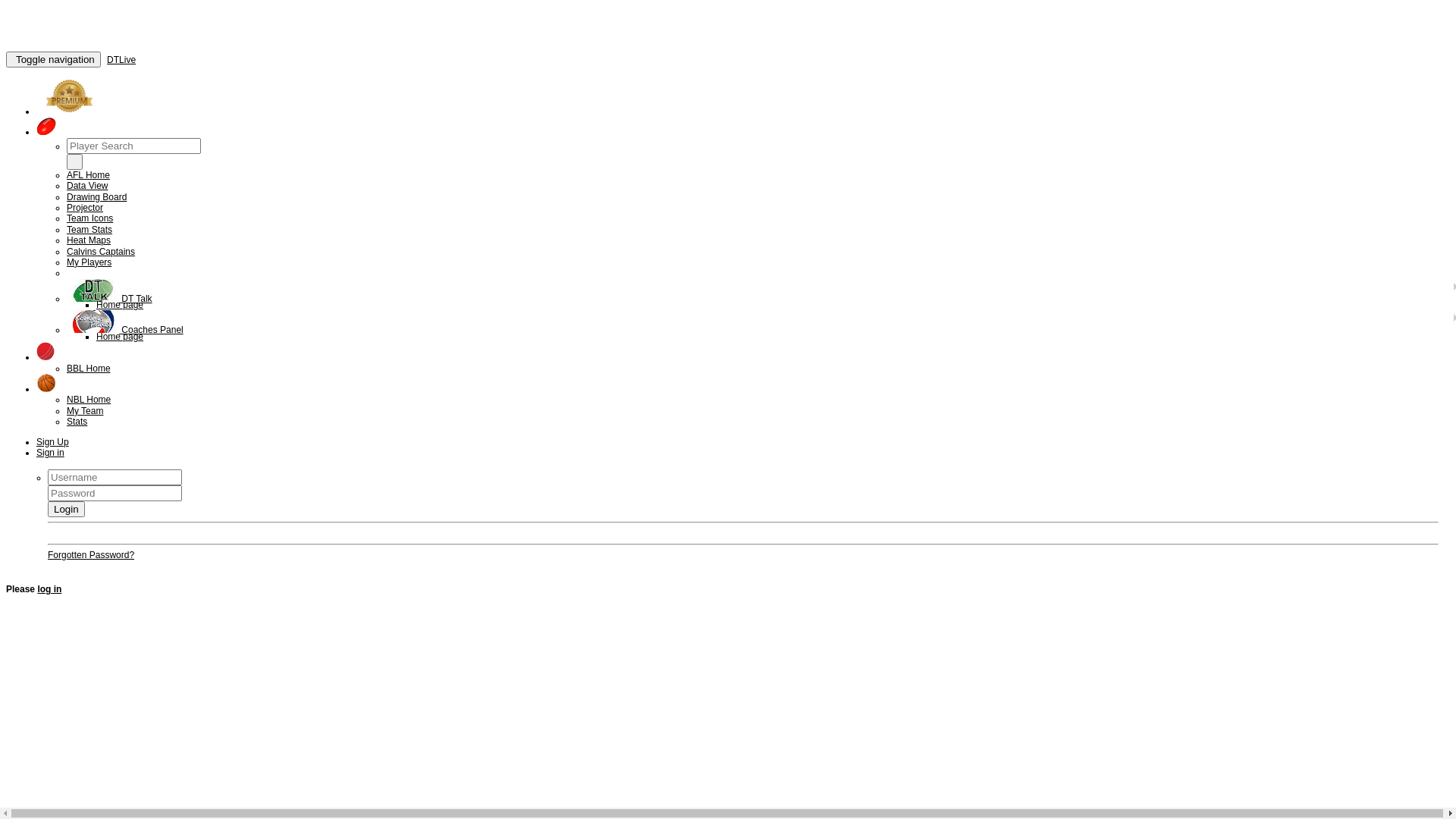 The width and height of the screenshot is (1456, 819). Describe the element at coordinates (83, 411) in the screenshot. I see `'My Team'` at that location.